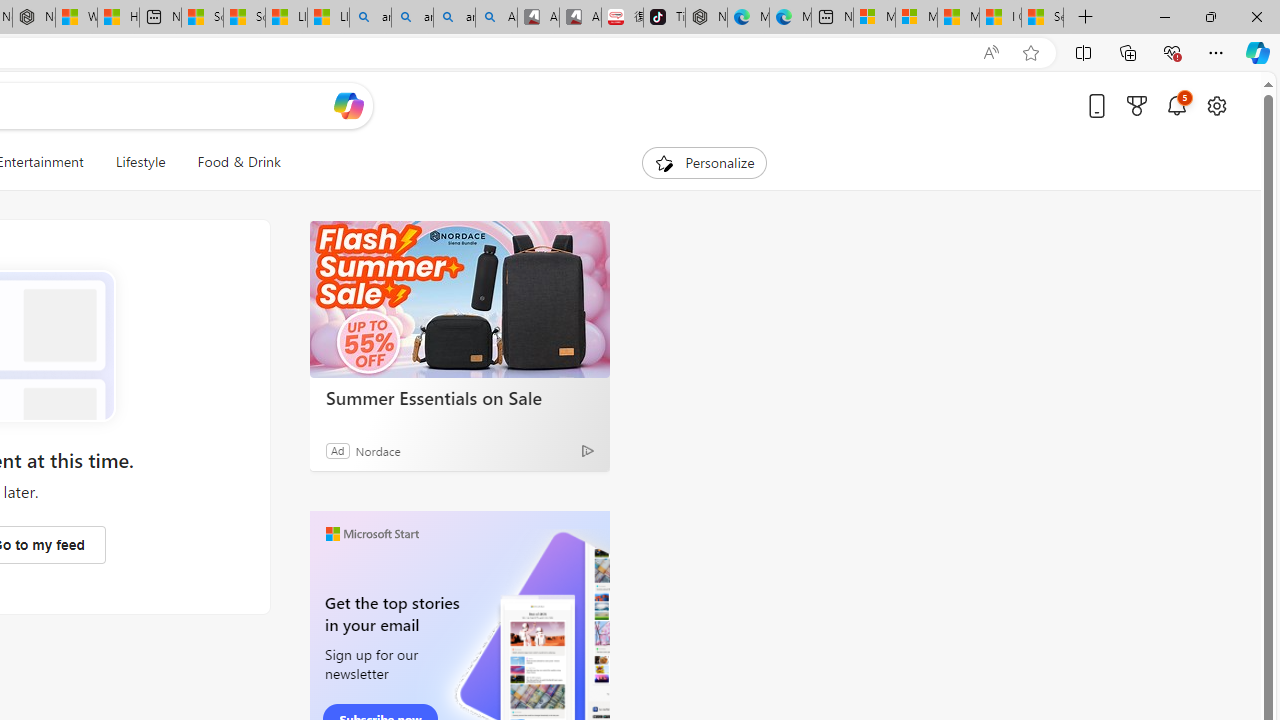  I want to click on 'I Gained 20 Pounds of Muscle in 30 Days! | Watch', so click(1000, 17).